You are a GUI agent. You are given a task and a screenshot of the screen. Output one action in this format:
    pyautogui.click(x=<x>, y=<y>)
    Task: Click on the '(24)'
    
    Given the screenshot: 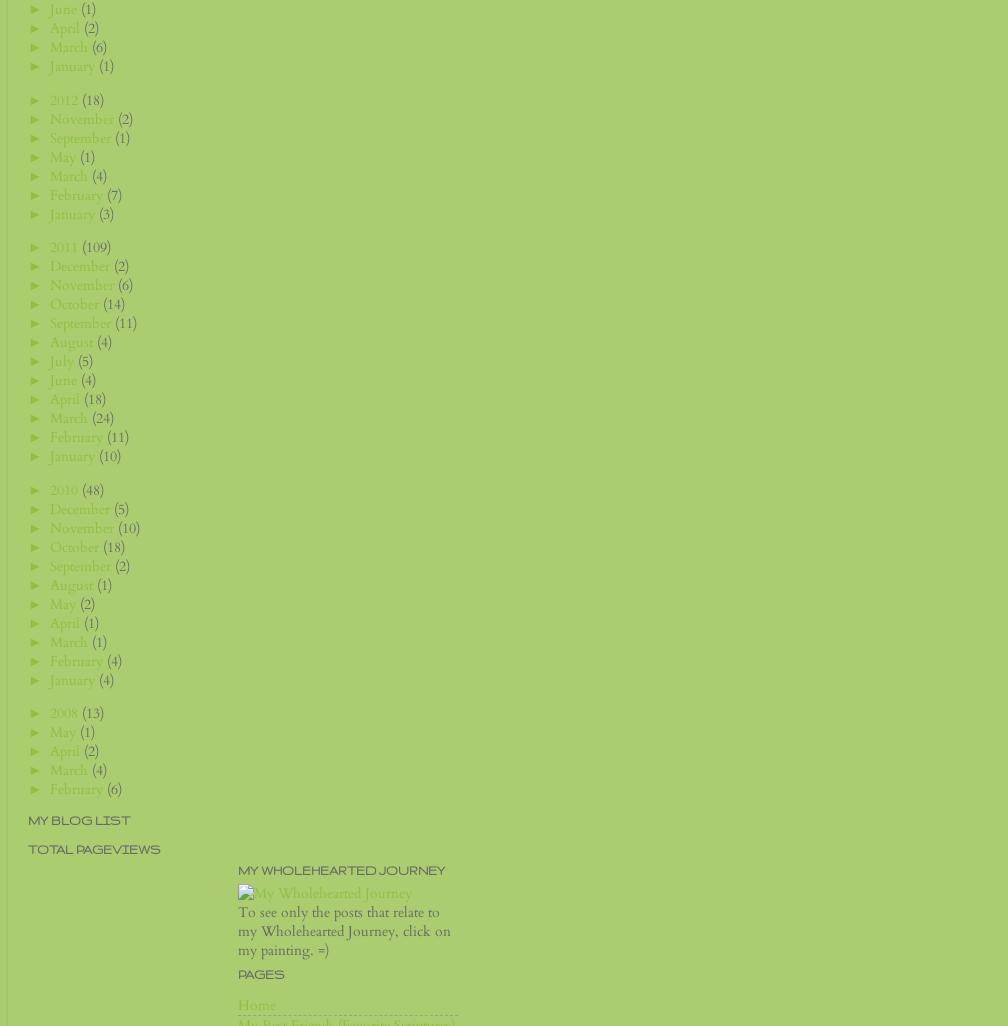 What is the action you would take?
    pyautogui.click(x=103, y=418)
    